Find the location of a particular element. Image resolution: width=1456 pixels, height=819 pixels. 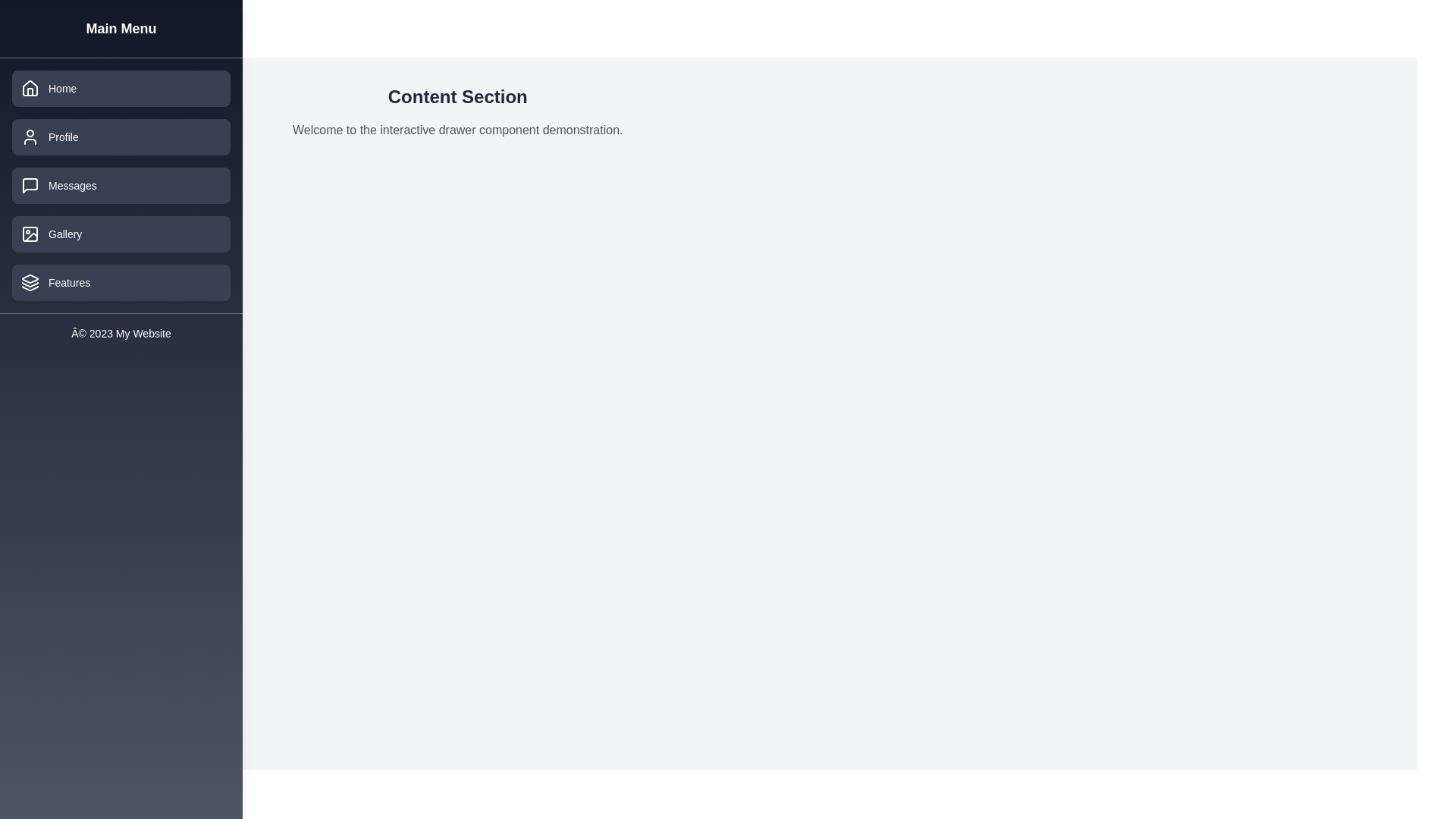

Vector graphic icon located in the navigation menu near the 'Home' option, which serves as a graphical indicator to close or cancel an associated feature or menu is located at coordinates (47, 82).